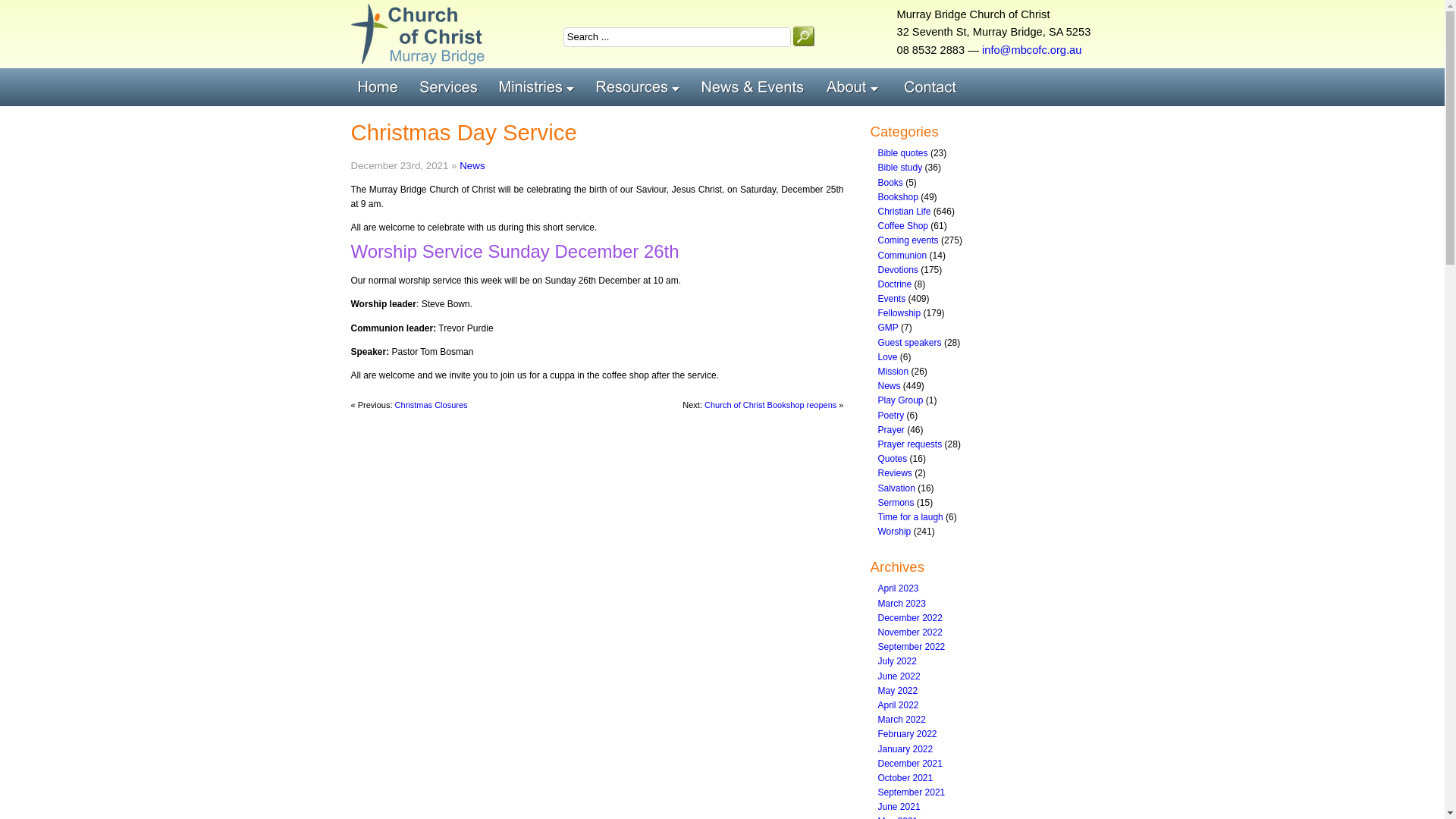 The height and width of the screenshot is (819, 1456). What do you see at coordinates (905, 211) in the screenshot?
I see `'Christian Life'` at bounding box center [905, 211].